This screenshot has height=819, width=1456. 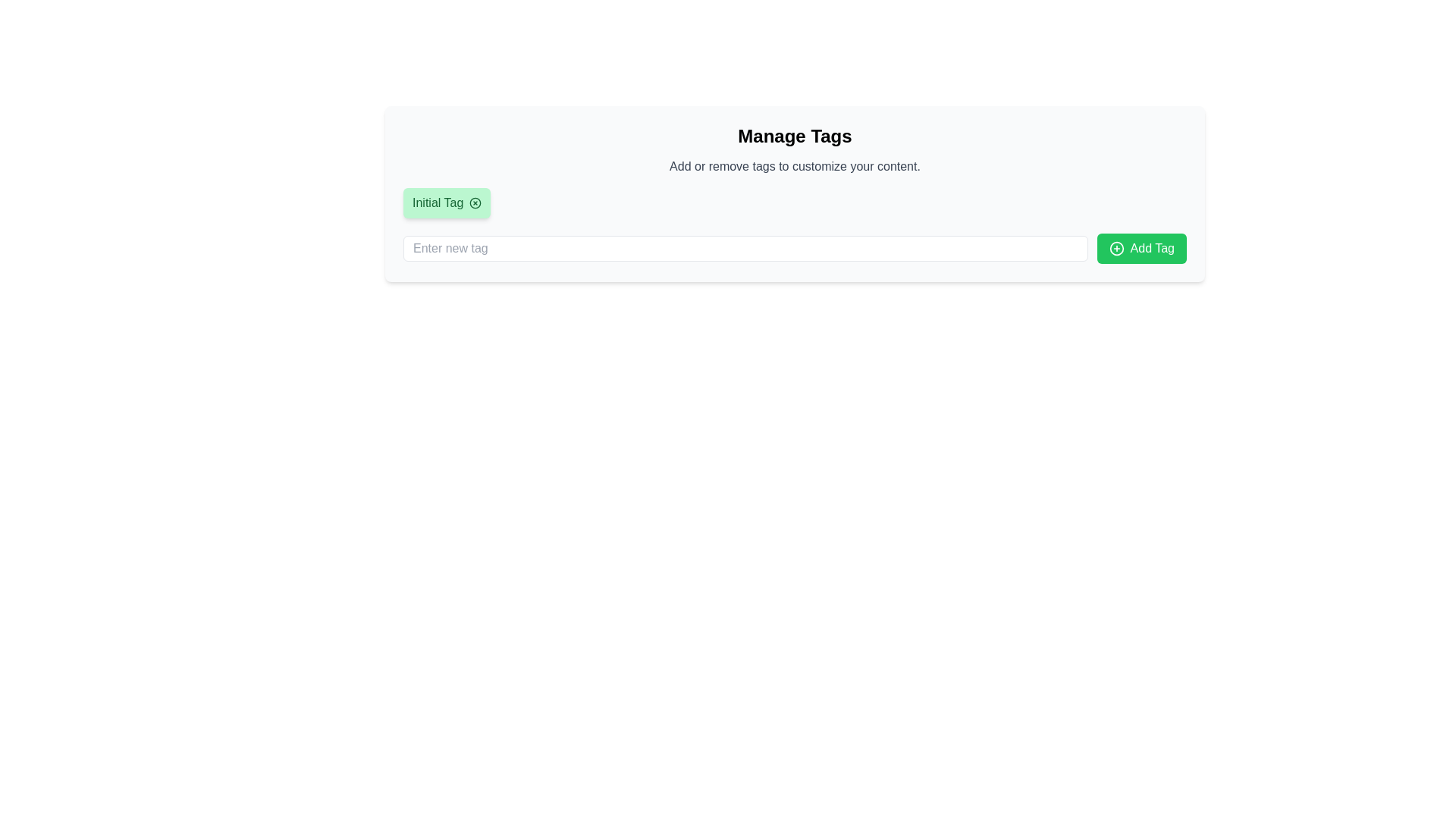 What do you see at coordinates (437, 202) in the screenshot?
I see `the 'Initial Tag' text label, which is displayed in bold green color and is part of a tag-like component with a light green background` at bounding box center [437, 202].